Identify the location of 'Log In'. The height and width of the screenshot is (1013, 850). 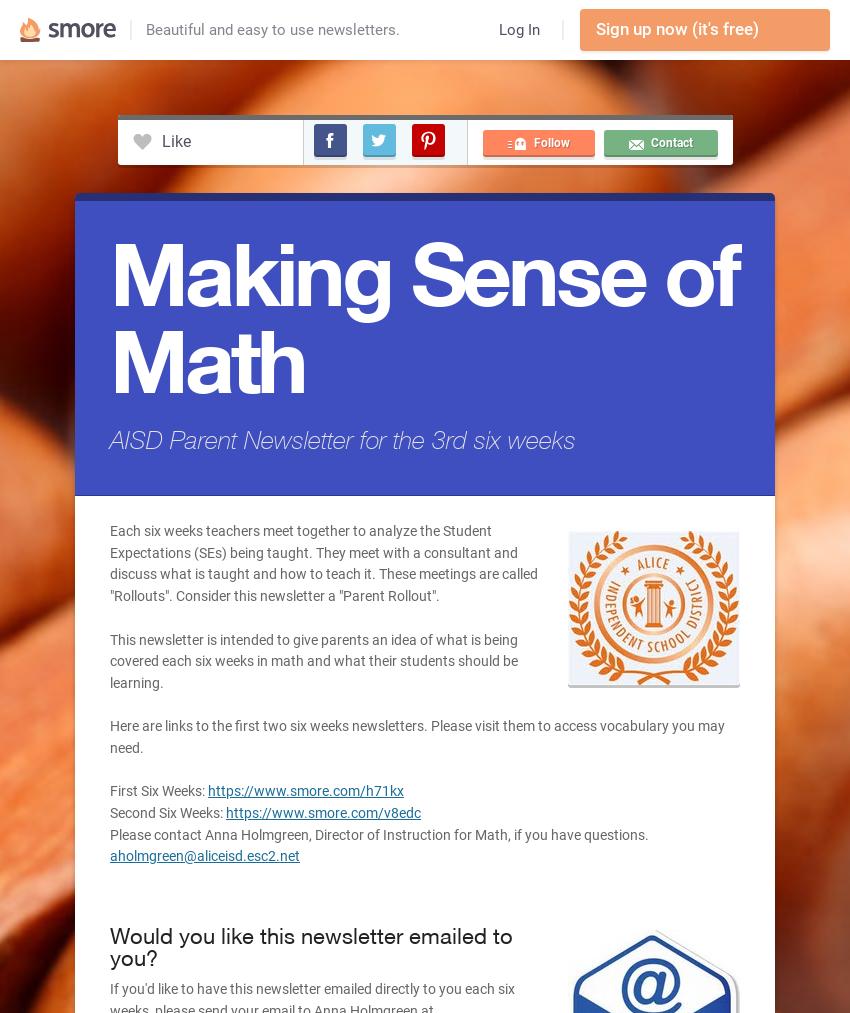
(518, 28).